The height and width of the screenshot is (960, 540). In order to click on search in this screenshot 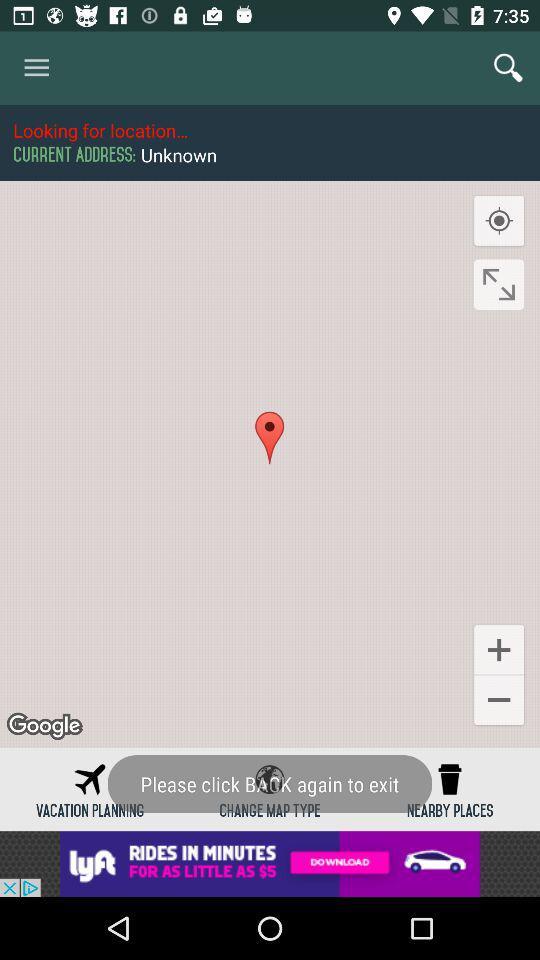, I will do `click(508, 68)`.